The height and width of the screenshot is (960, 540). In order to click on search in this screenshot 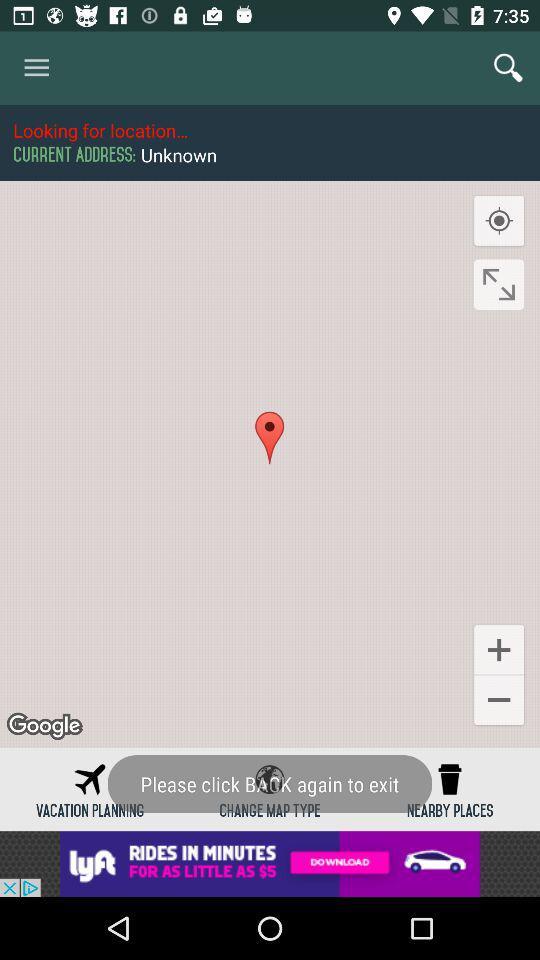, I will do `click(508, 68)`.